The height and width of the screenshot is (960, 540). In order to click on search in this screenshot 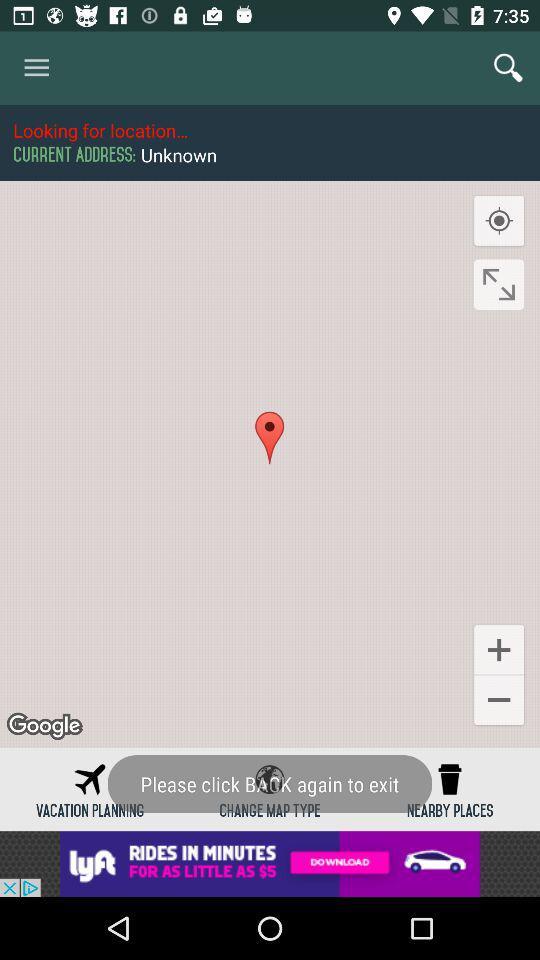, I will do `click(508, 68)`.